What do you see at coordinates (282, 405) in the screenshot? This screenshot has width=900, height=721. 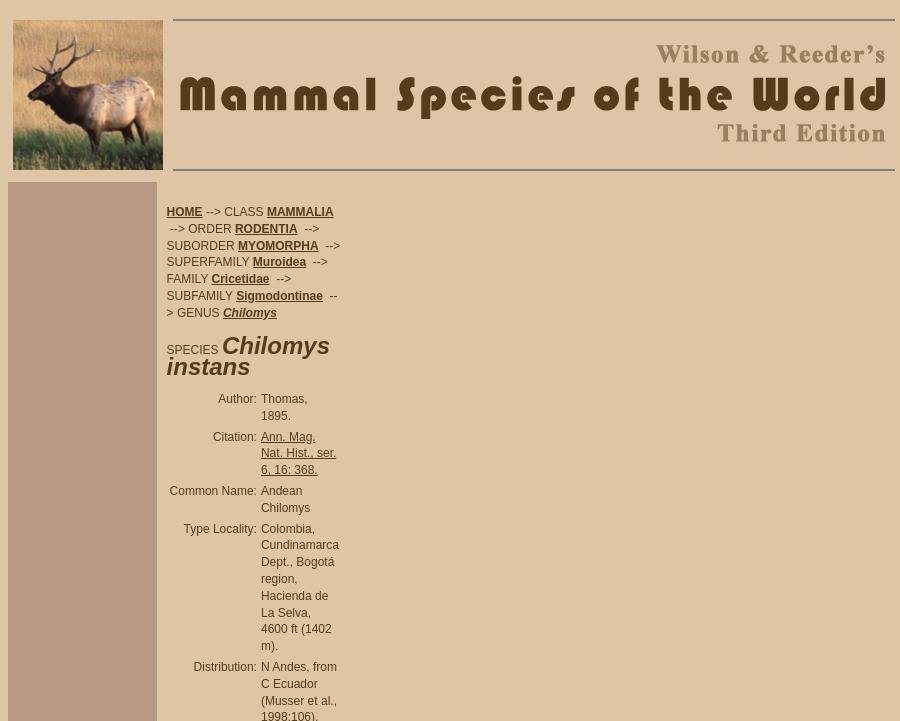 I see `'Thomas, 1895.'` at bounding box center [282, 405].